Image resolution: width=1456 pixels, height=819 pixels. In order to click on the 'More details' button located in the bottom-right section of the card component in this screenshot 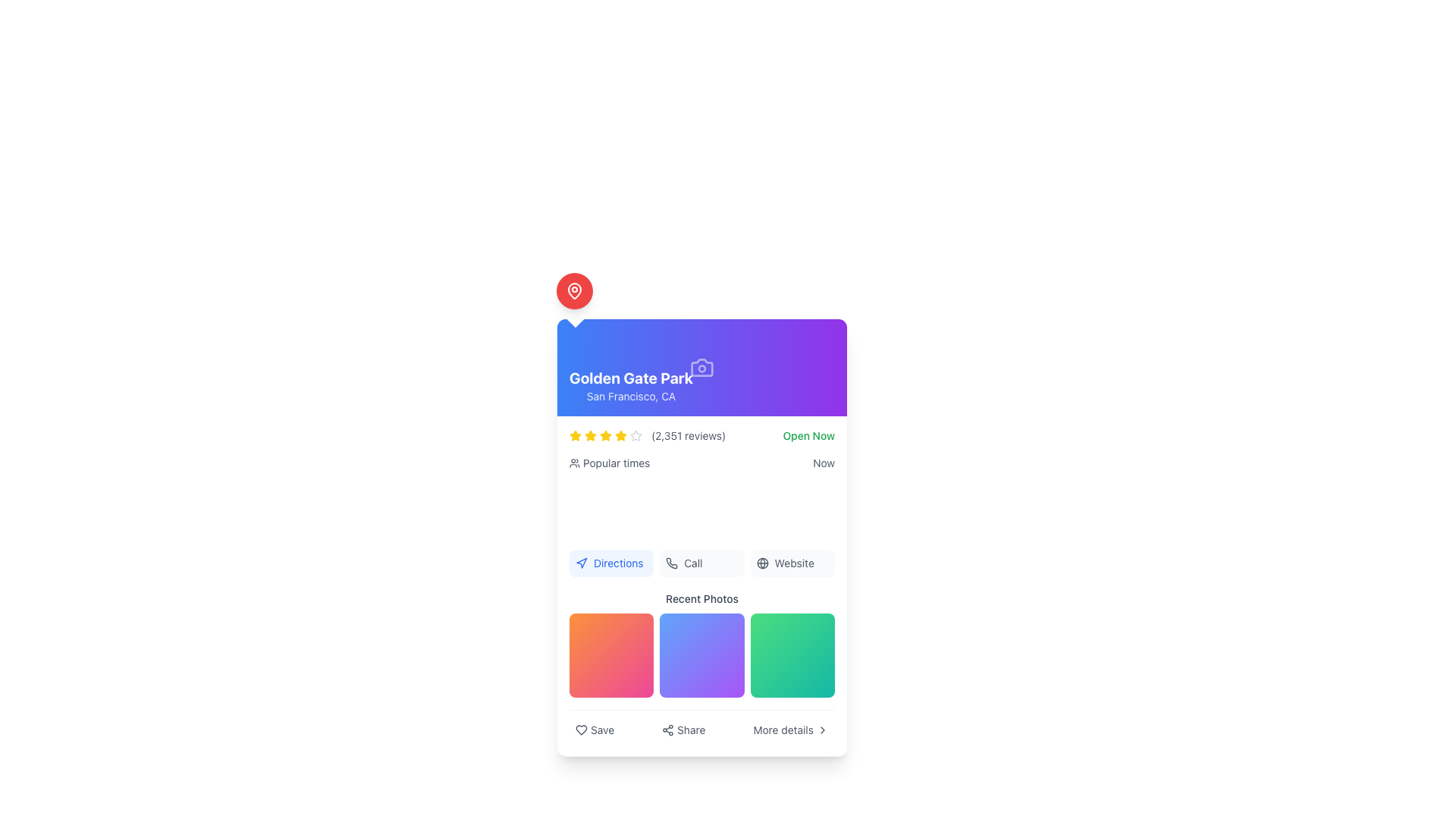, I will do `click(790, 730)`.